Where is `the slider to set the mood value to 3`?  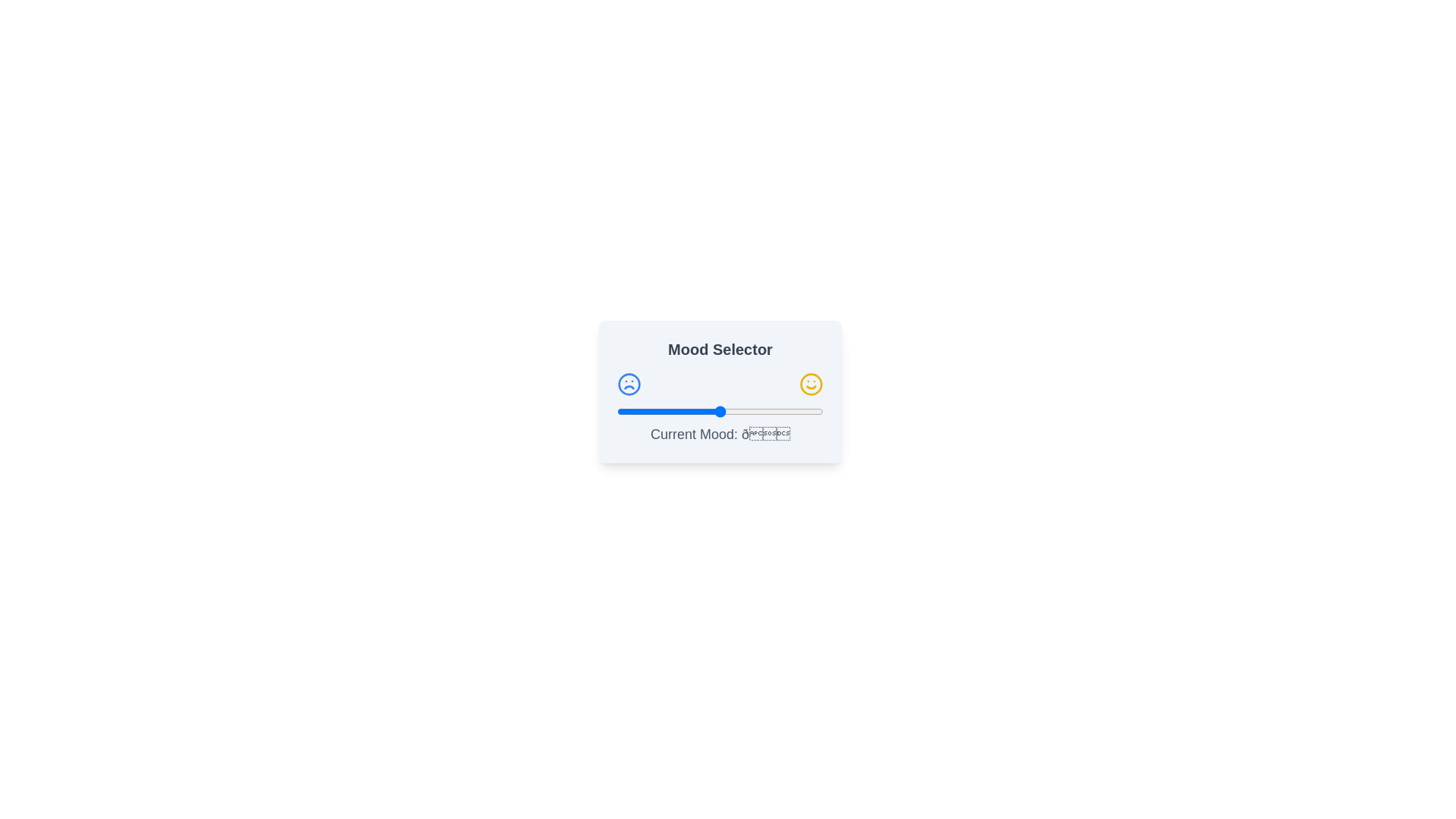 the slider to set the mood value to 3 is located at coordinates (623, 412).